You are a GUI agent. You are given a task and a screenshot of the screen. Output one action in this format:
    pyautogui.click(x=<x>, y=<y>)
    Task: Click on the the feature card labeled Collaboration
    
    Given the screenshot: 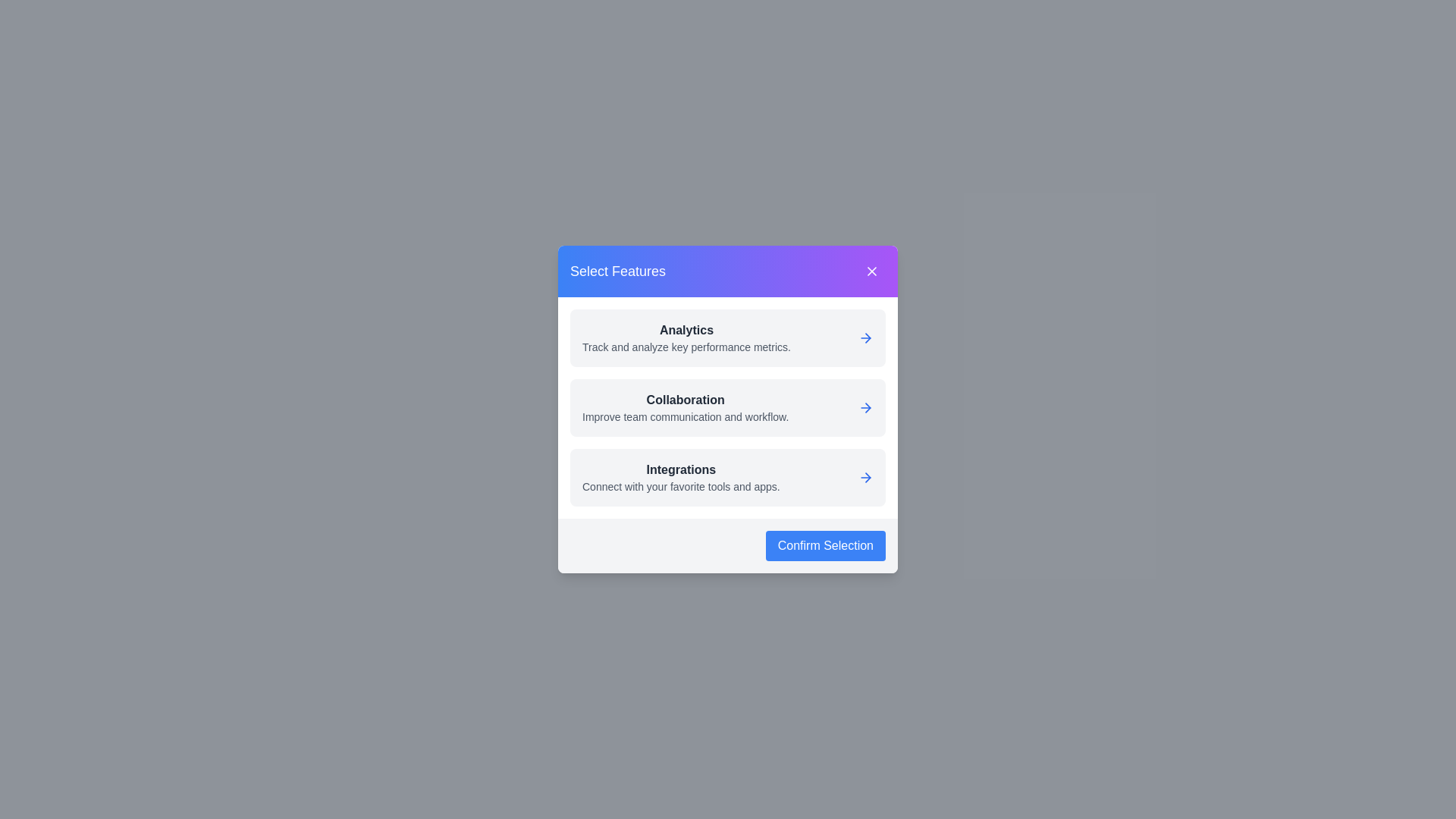 What is the action you would take?
    pyautogui.click(x=728, y=406)
    